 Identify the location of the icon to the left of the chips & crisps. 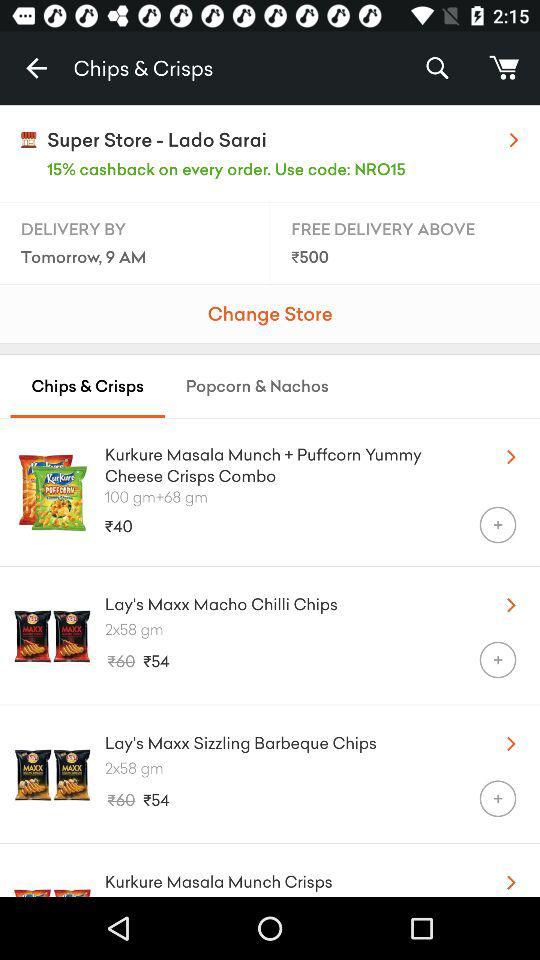
(36, 68).